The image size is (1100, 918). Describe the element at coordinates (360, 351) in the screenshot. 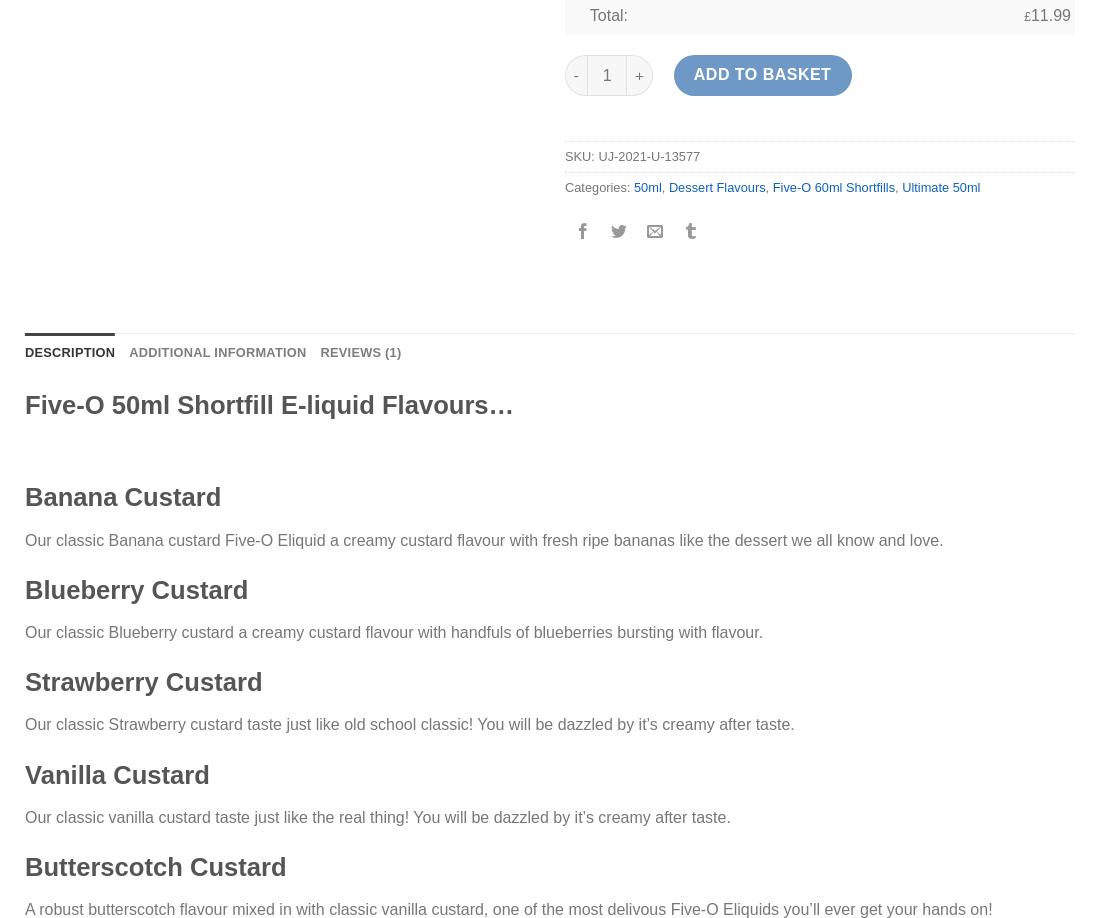

I see `'Reviews (1)'` at that location.